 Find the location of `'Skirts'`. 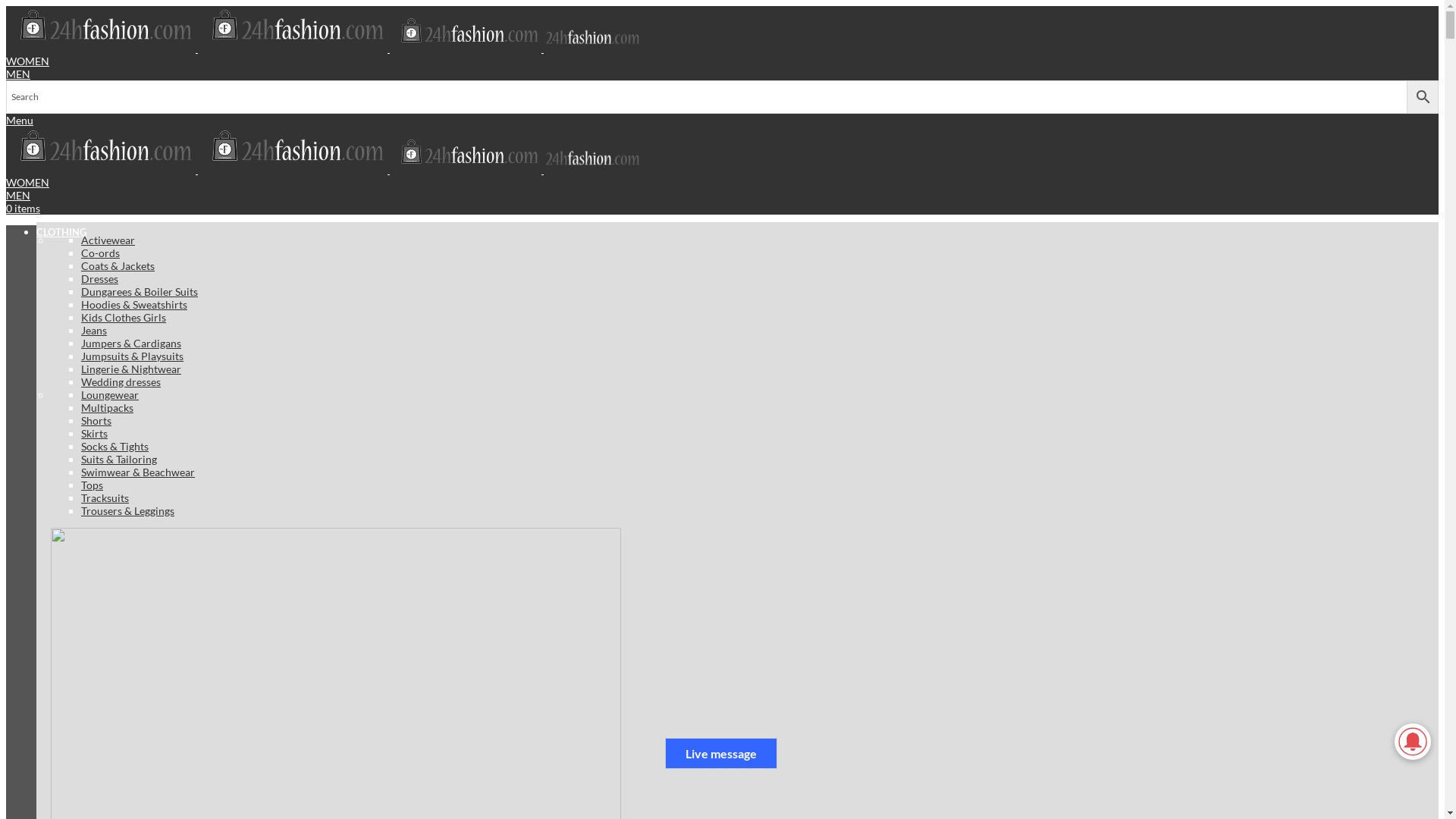

'Skirts' is located at coordinates (93, 432).